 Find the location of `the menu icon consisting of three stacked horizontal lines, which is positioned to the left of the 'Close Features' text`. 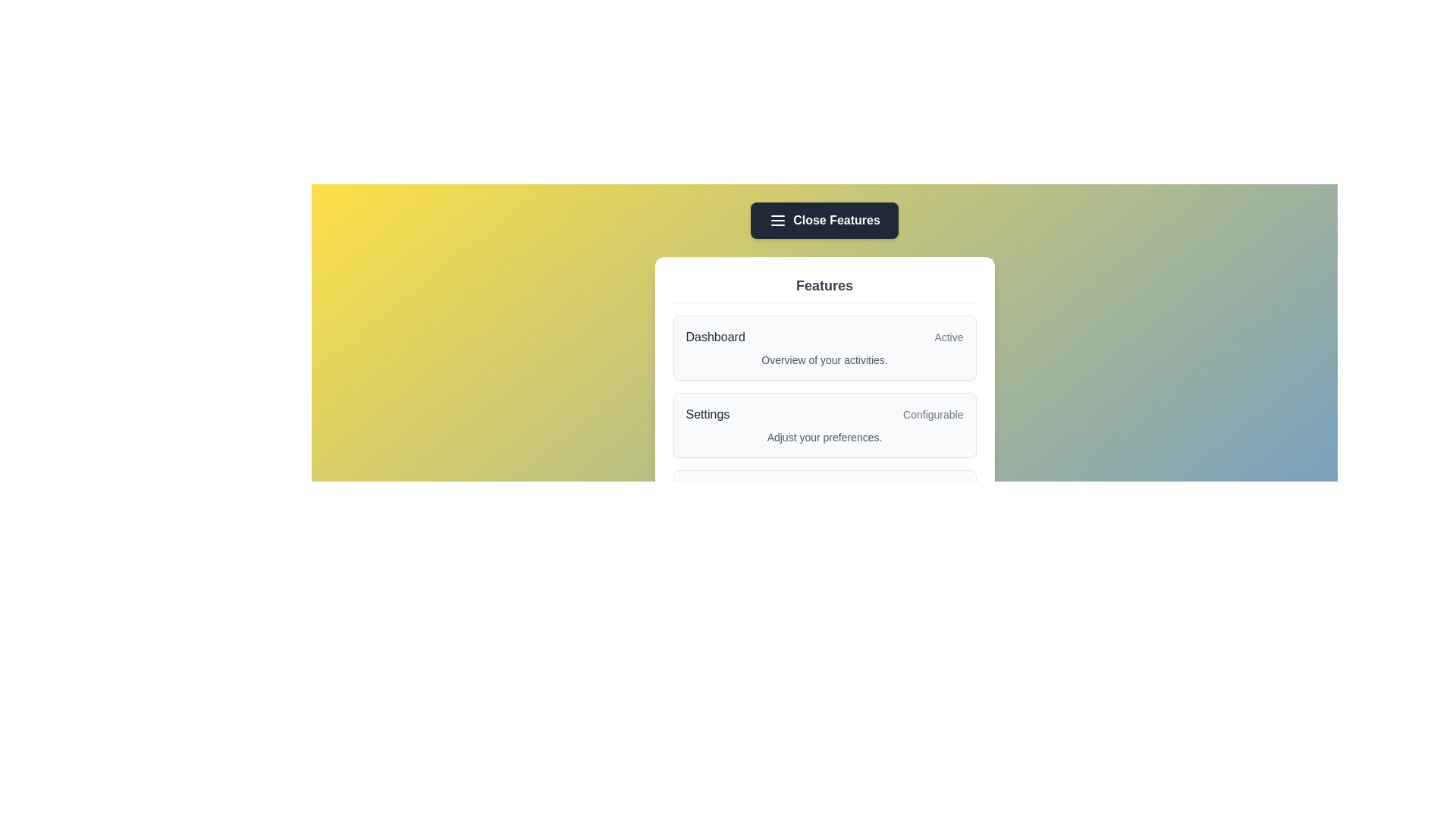

the menu icon consisting of three stacked horizontal lines, which is positioned to the left of the 'Close Features' text is located at coordinates (778, 220).